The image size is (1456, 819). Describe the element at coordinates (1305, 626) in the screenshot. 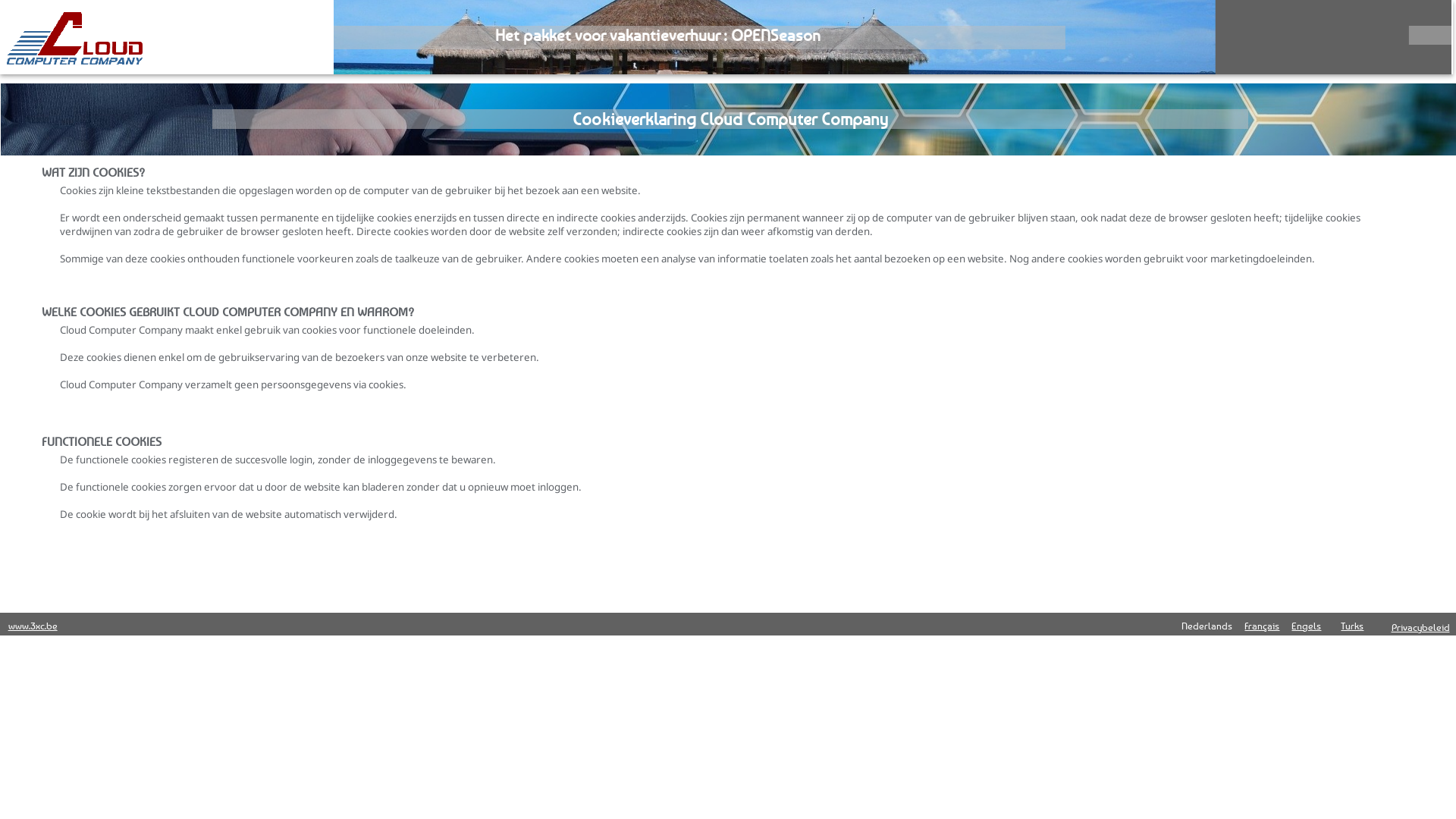

I see `'Engels'` at that location.